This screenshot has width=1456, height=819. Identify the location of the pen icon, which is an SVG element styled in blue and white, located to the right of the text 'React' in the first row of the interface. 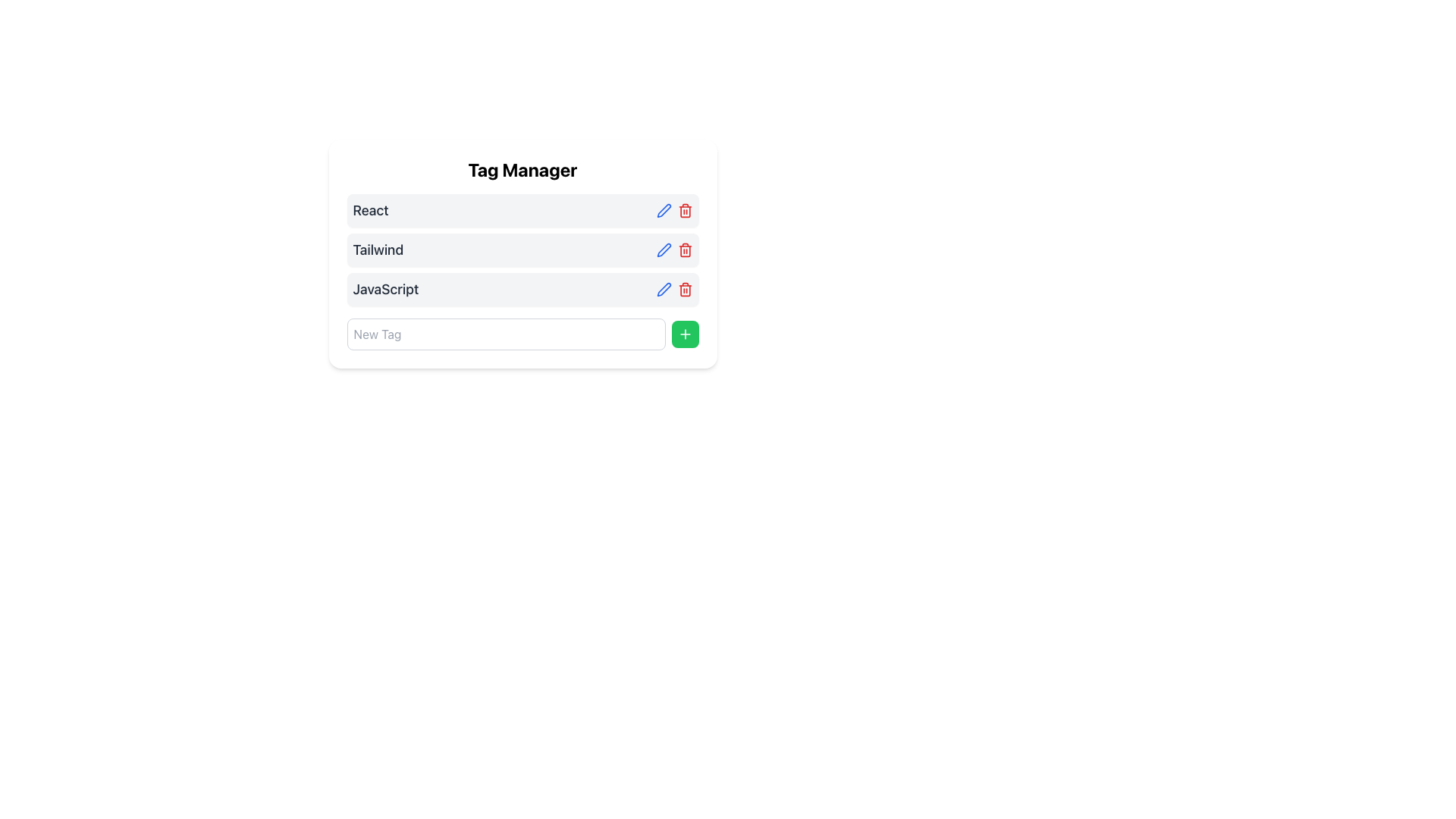
(664, 210).